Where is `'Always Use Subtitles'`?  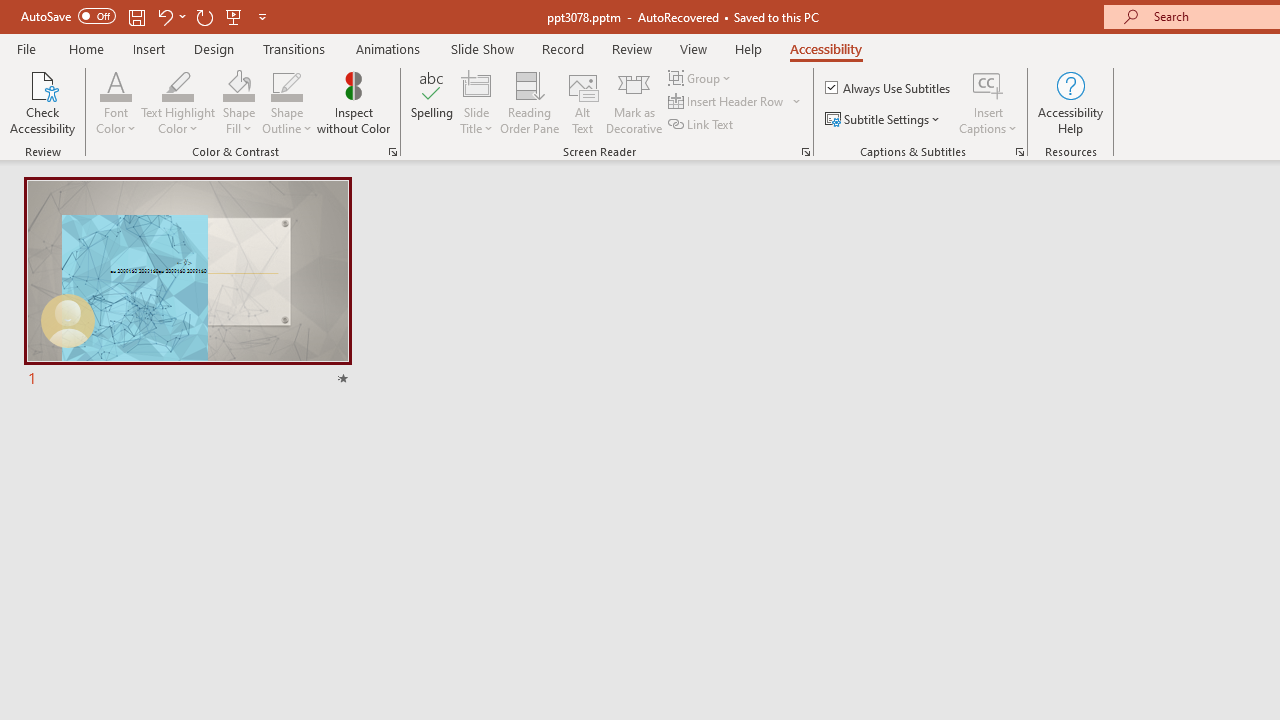 'Always Use Subtitles' is located at coordinates (888, 86).